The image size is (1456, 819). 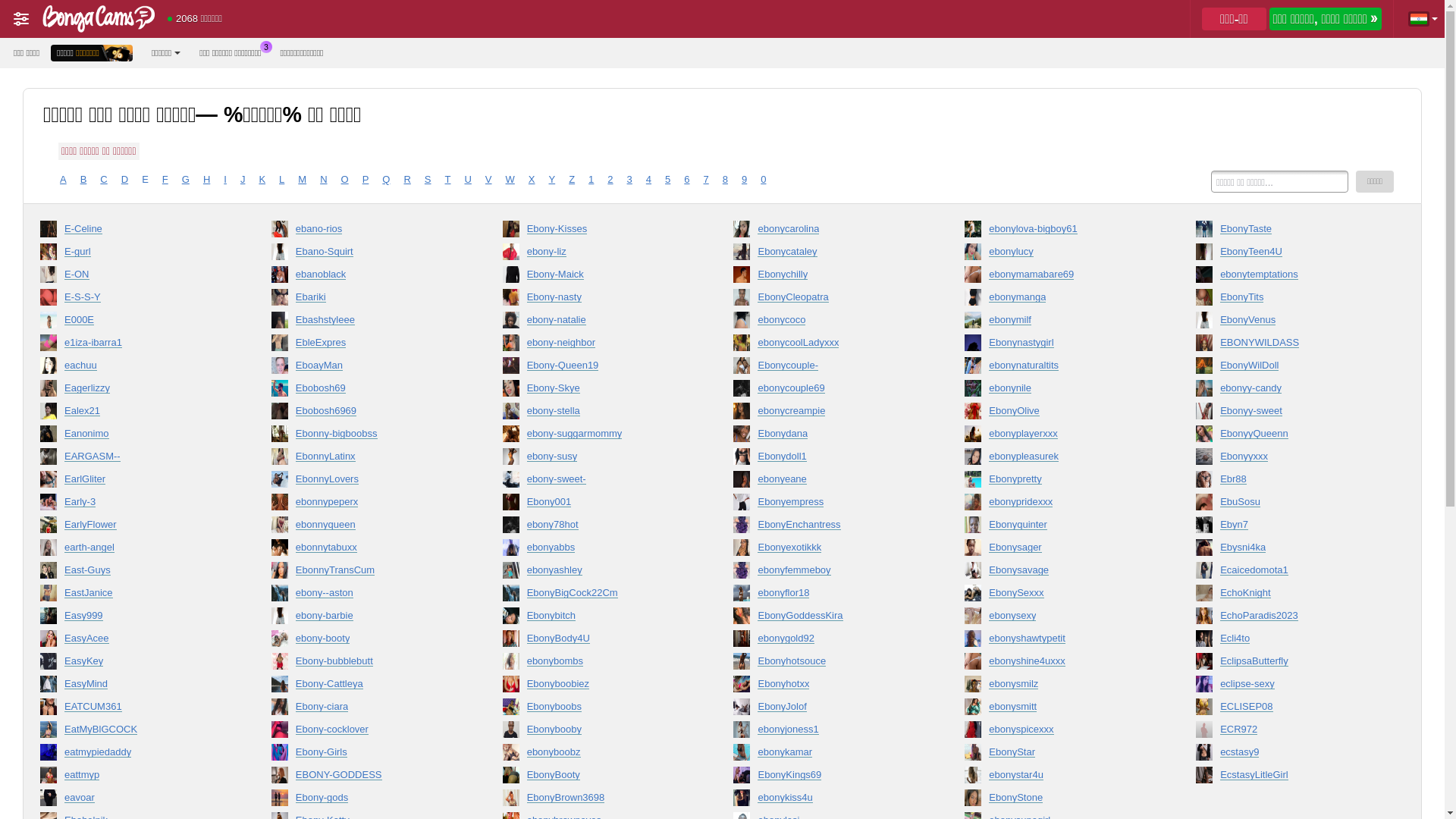 What do you see at coordinates (447, 178) in the screenshot?
I see `'T'` at bounding box center [447, 178].